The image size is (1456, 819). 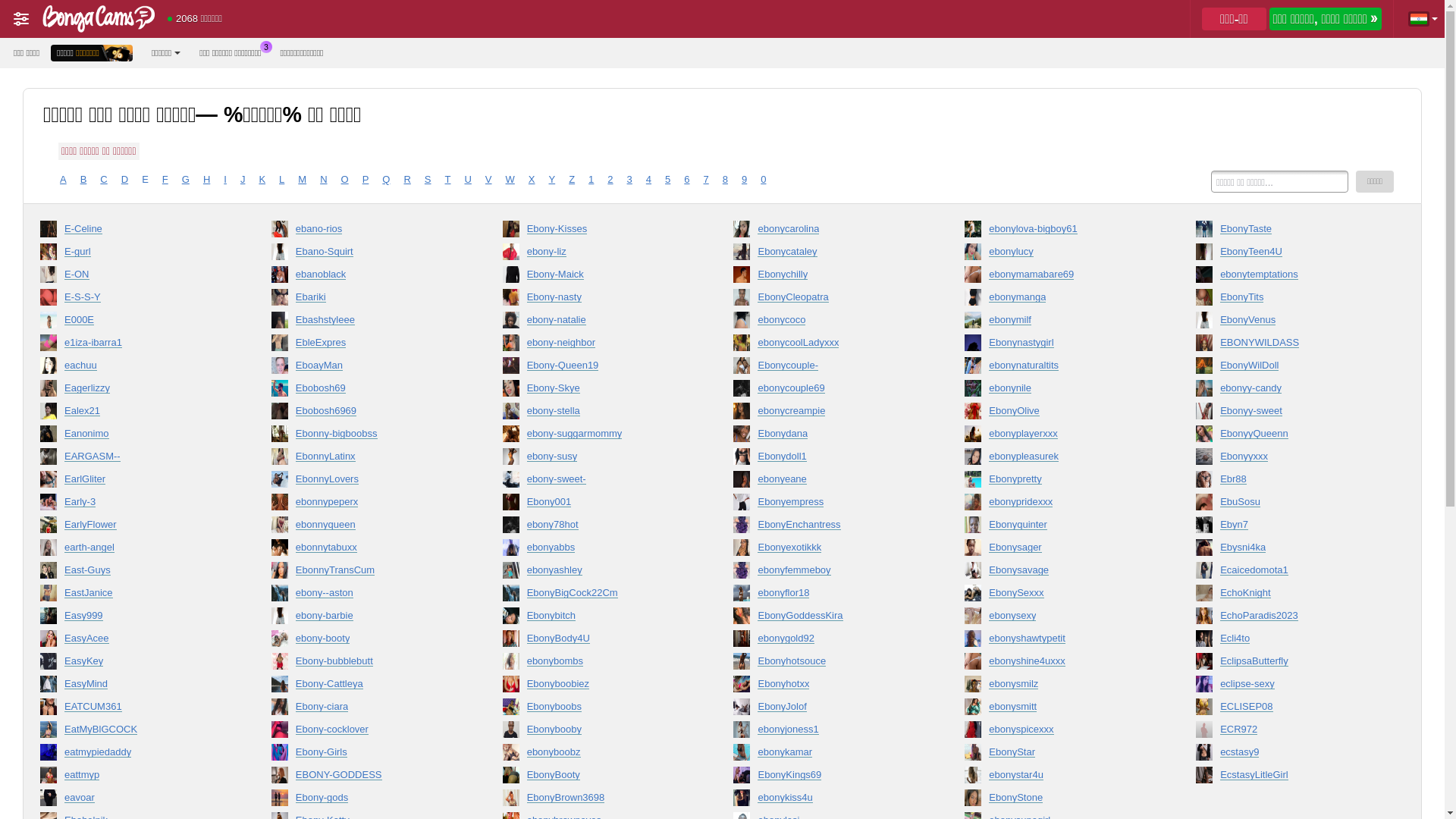 What do you see at coordinates (447, 178) in the screenshot?
I see `'T'` at bounding box center [447, 178].